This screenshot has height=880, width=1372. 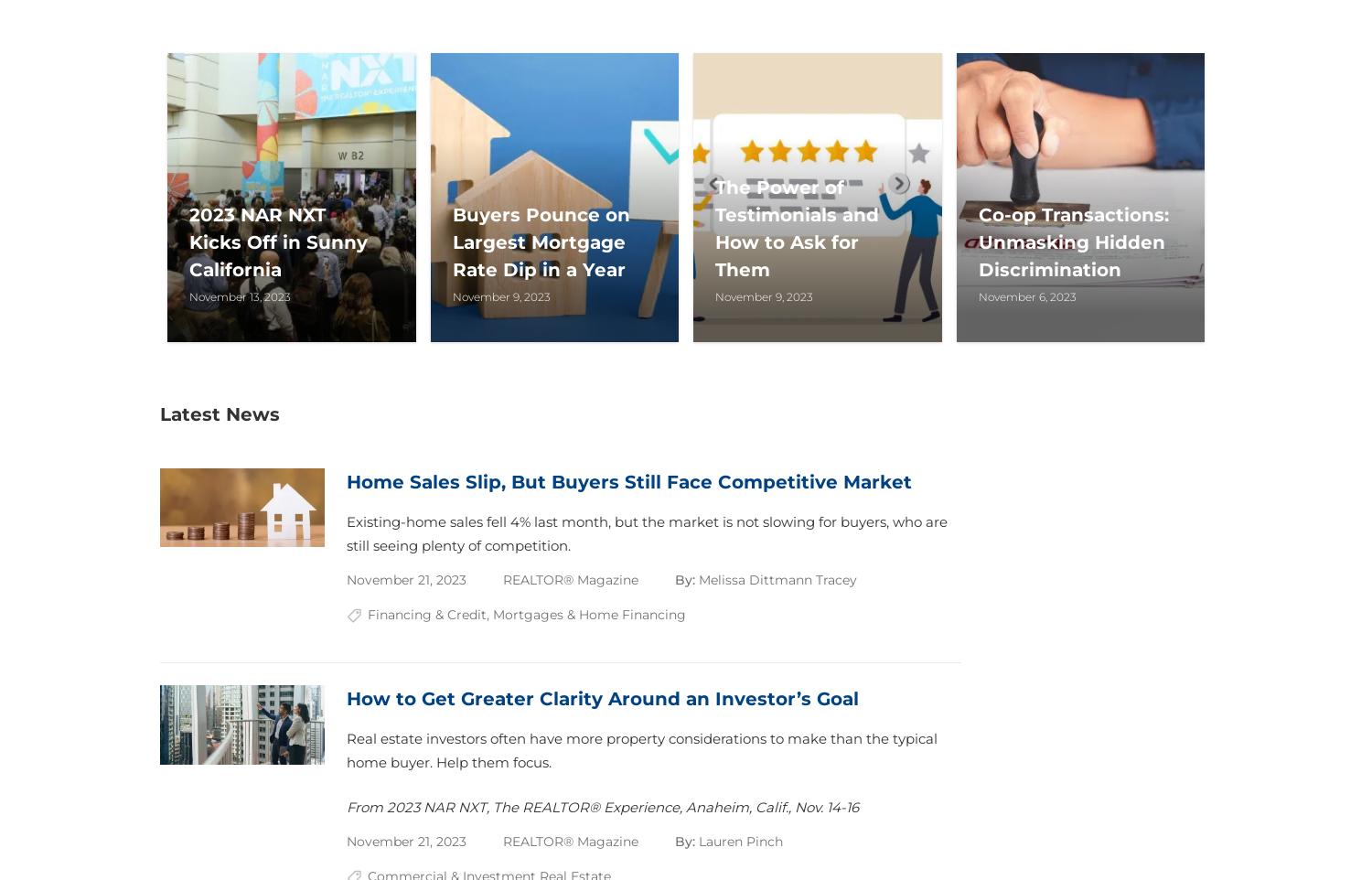 I want to click on 'Real estate investors often have more property considerations to make than the typical home buyer. Help them focus.', so click(x=641, y=750).